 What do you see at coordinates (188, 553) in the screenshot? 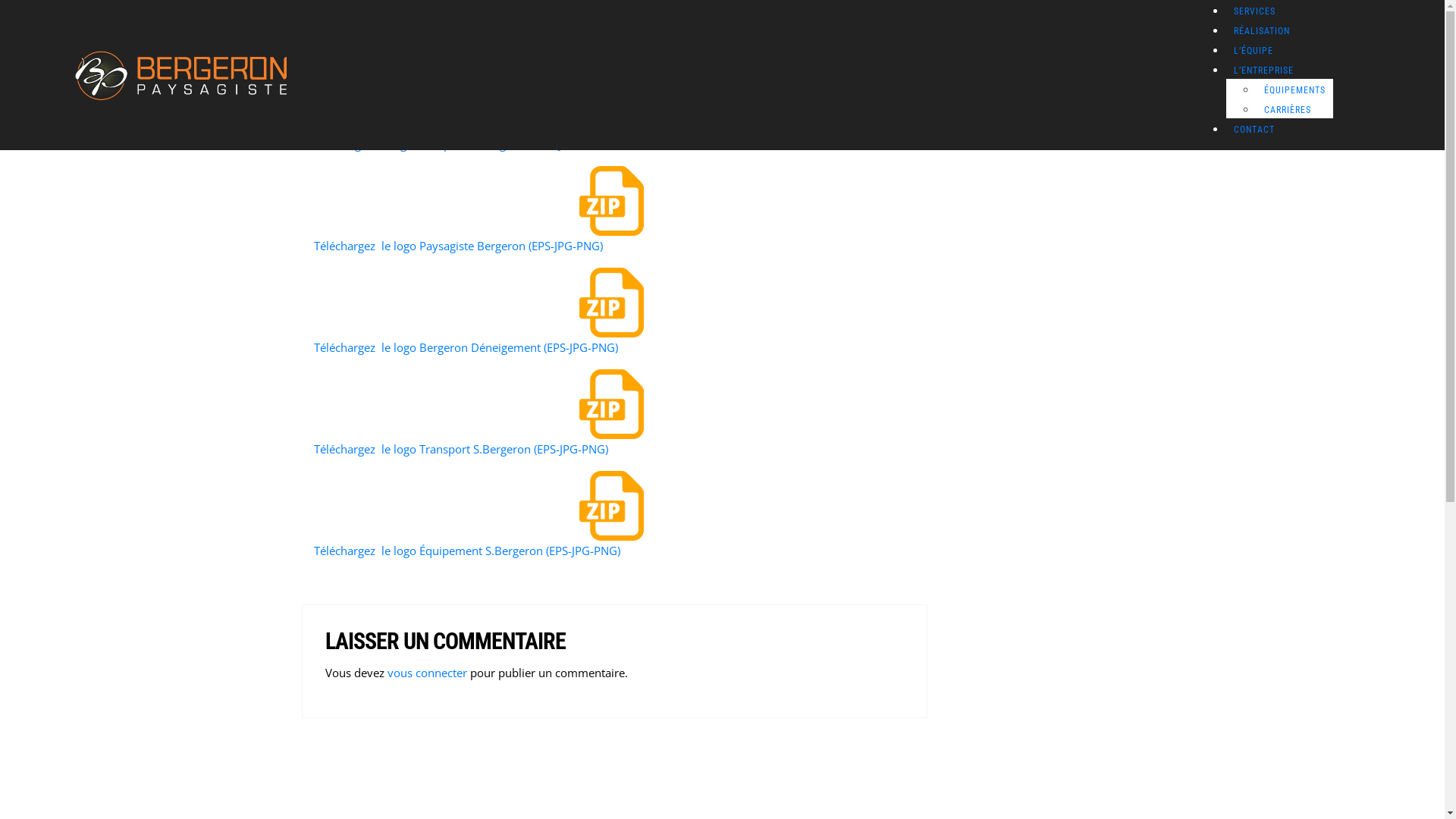
I see `'Se connecter'` at bounding box center [188, 553].